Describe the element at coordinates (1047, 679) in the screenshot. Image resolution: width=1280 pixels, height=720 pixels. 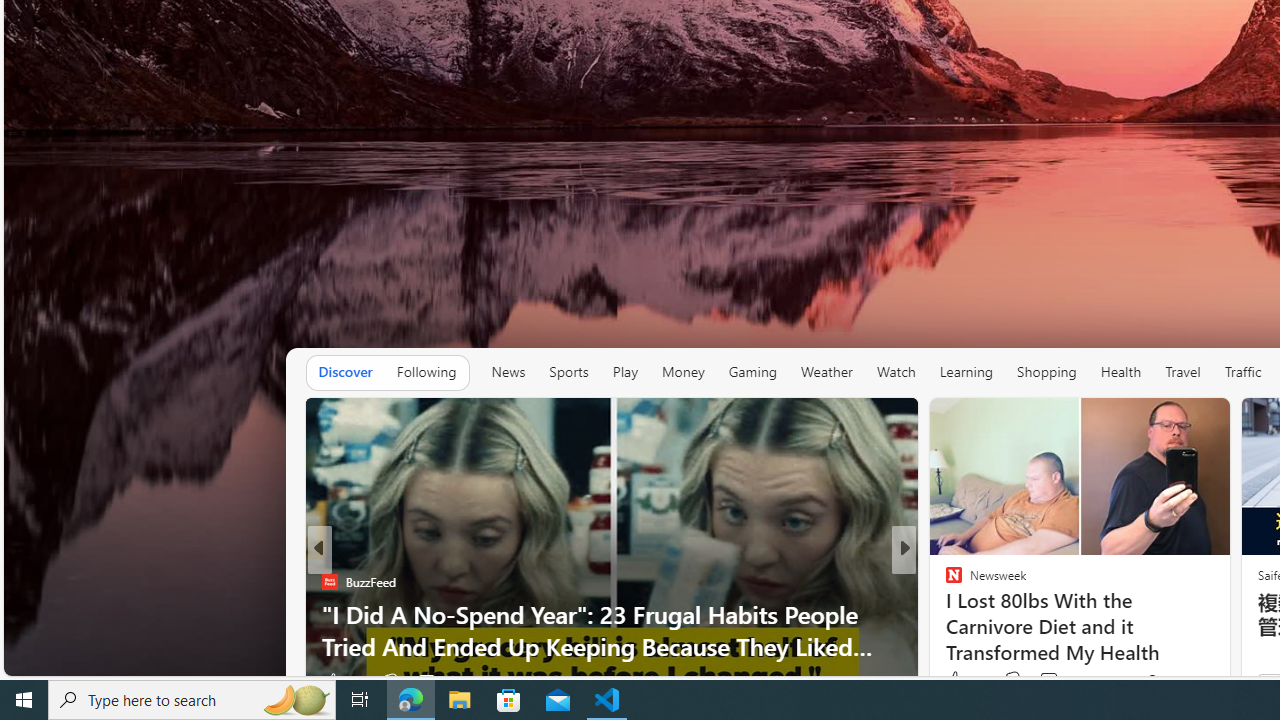
I see `'View comments 73 Comment'` at that location.